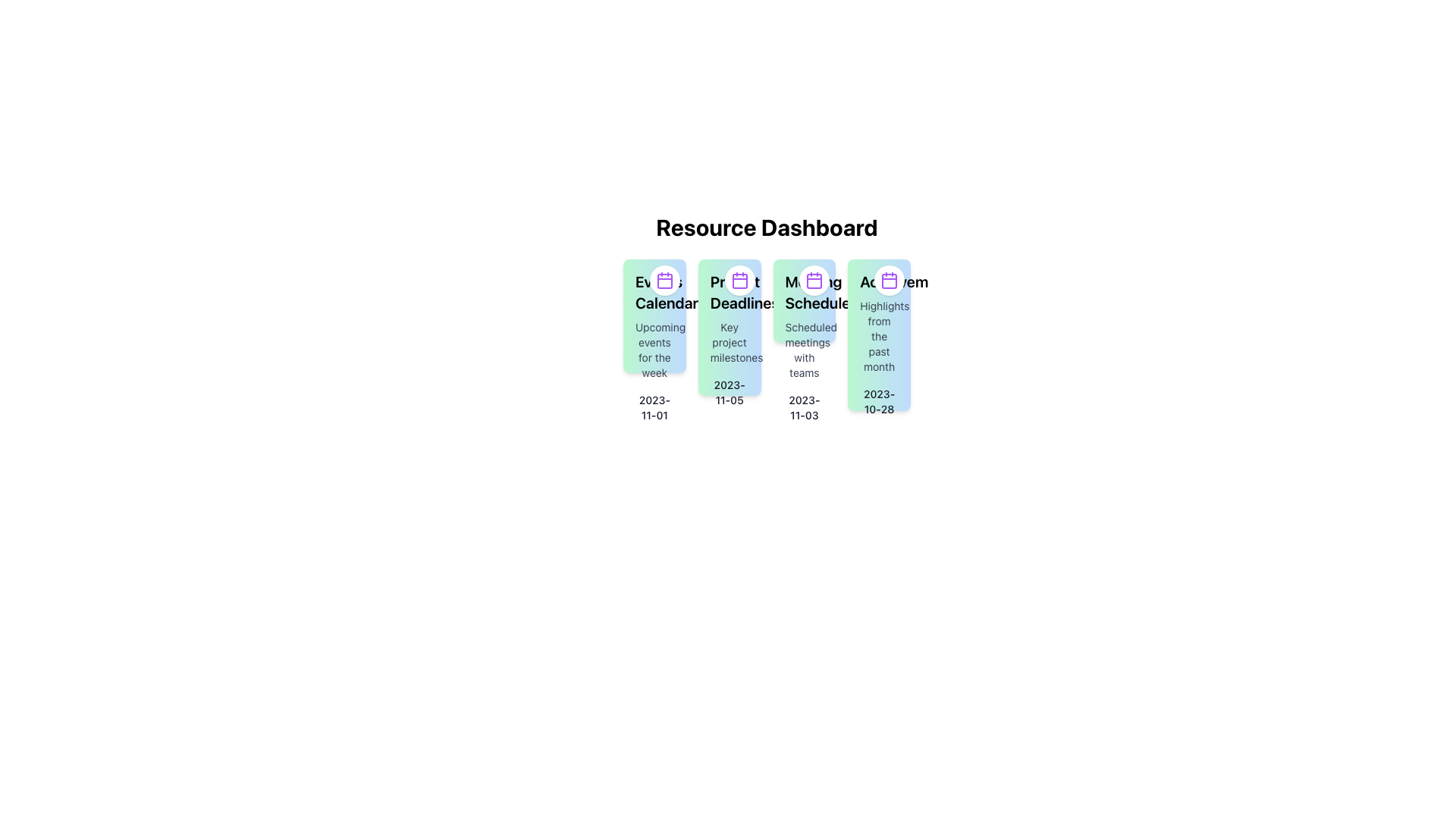 This screenshot has height=819, width=1456. I want to click on the calendar icon located in the top-right corner of the first column under the 'Resource Dashboard' heading, so click(664, 281).